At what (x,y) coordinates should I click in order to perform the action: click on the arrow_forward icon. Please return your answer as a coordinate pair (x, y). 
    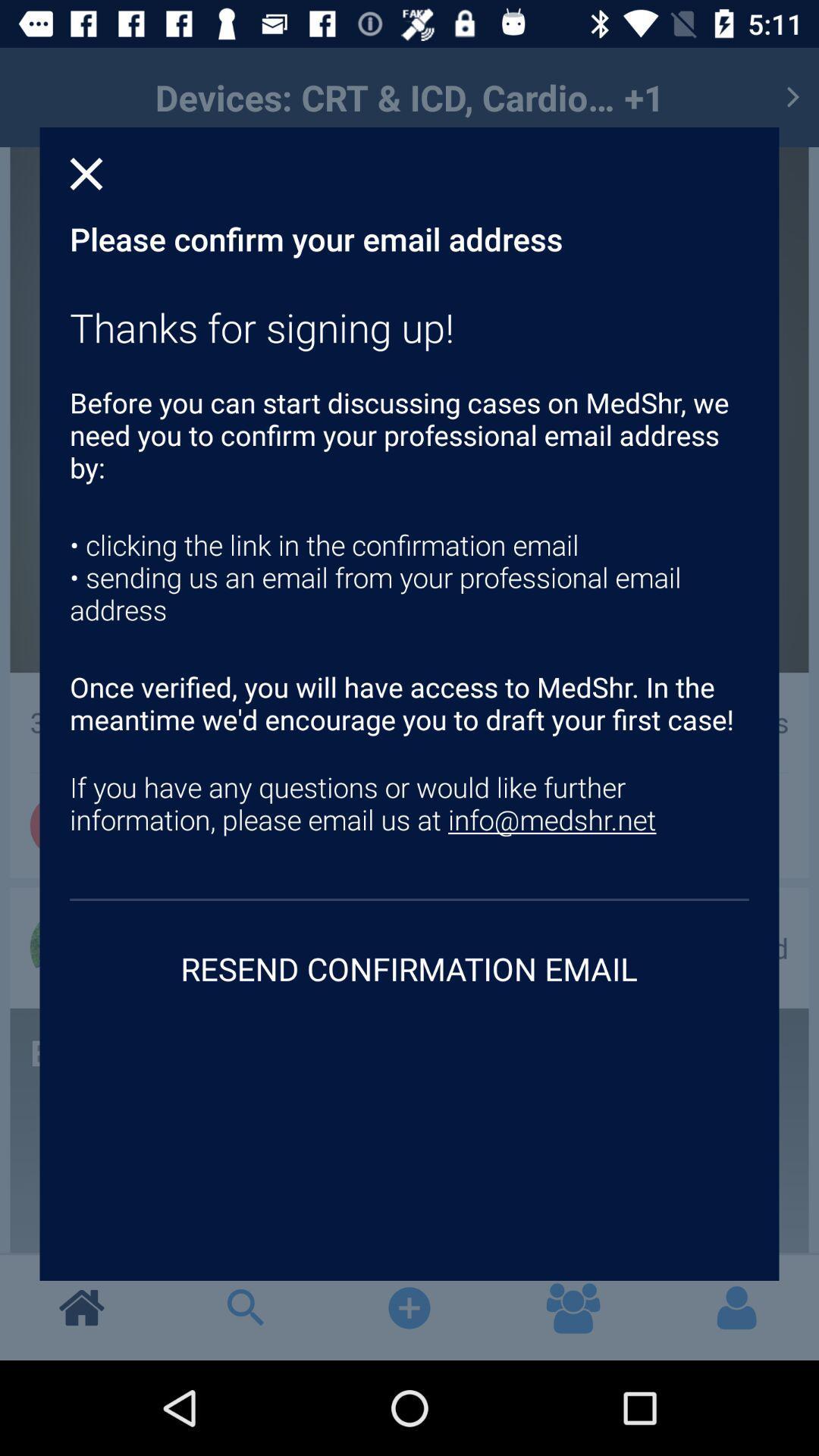
    Looking at the image, I should click on (792, 96).